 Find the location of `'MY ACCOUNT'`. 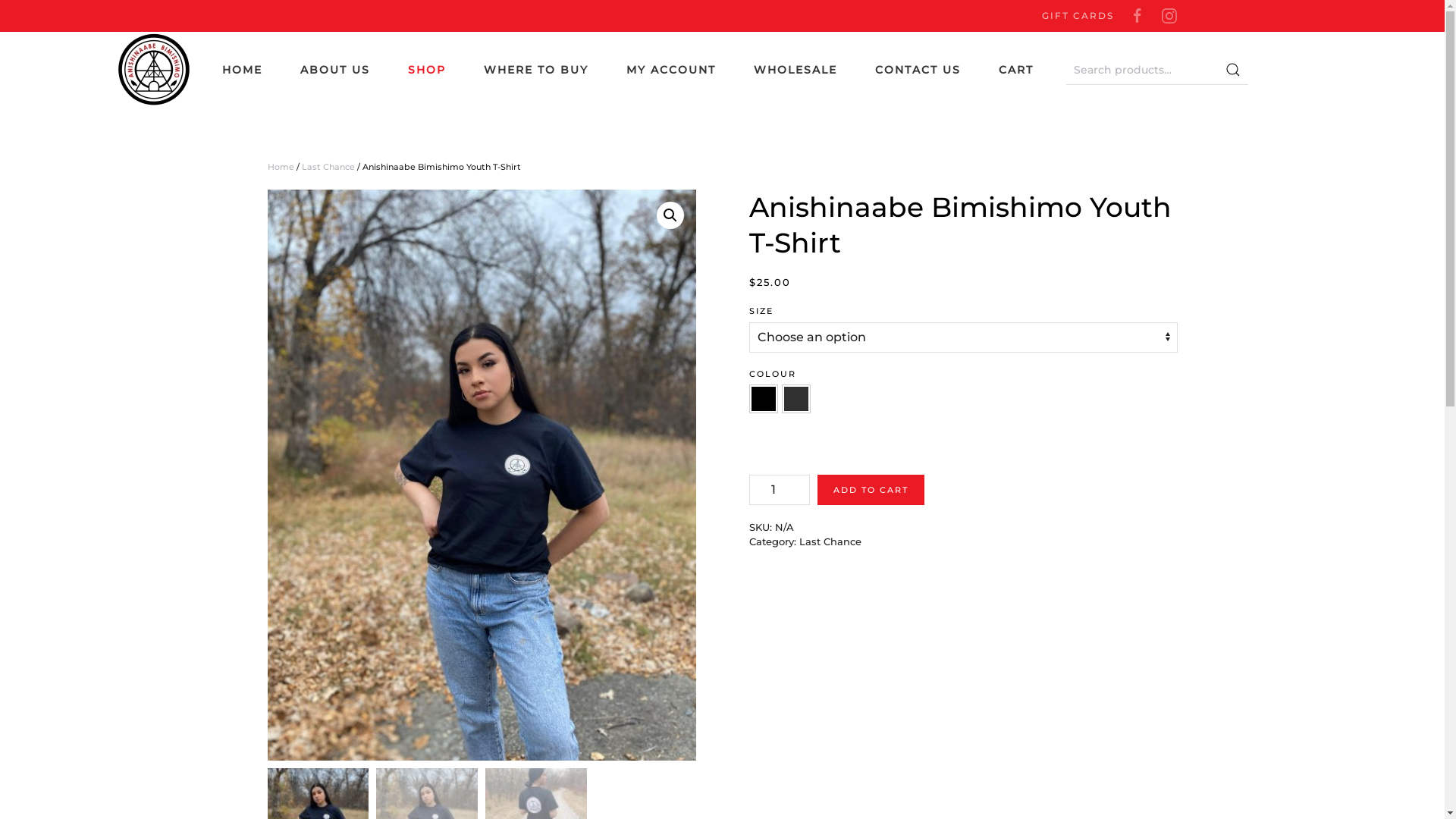

'MY ACCOUNT' is located at coordinates (670, 70).